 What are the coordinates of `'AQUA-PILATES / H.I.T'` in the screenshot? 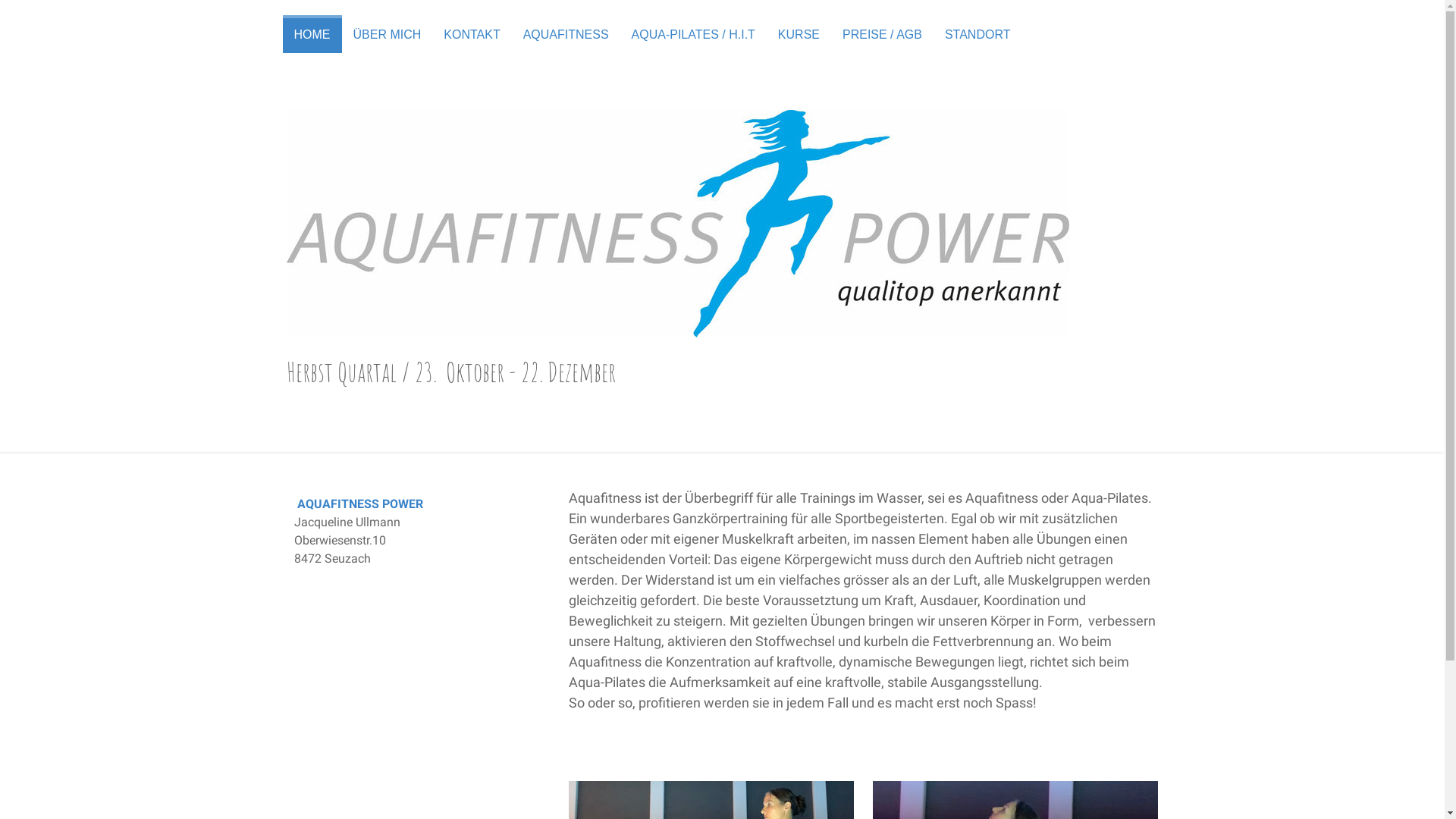 It's located at (692, 34).